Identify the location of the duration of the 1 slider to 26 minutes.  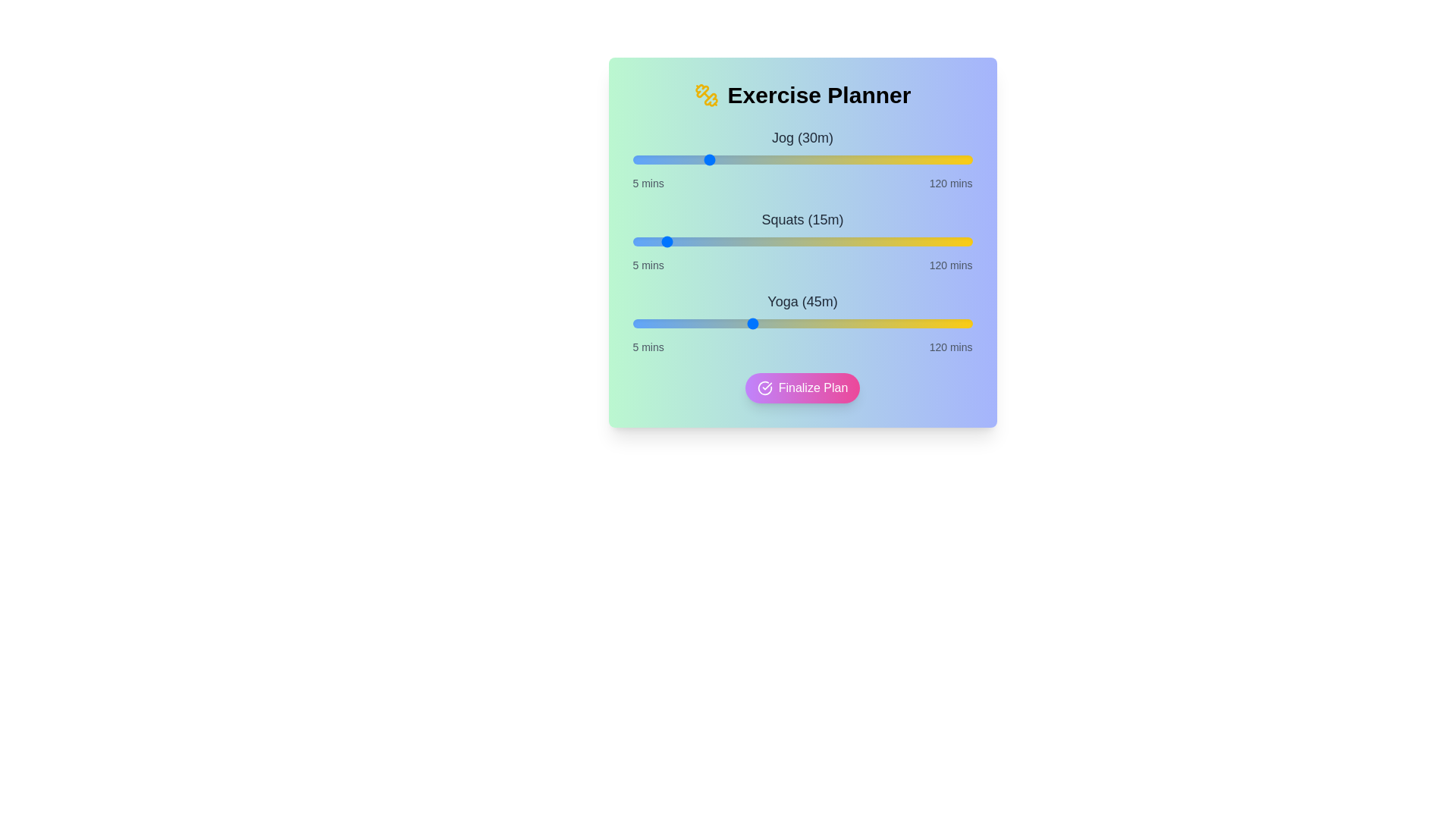
(694, 241).